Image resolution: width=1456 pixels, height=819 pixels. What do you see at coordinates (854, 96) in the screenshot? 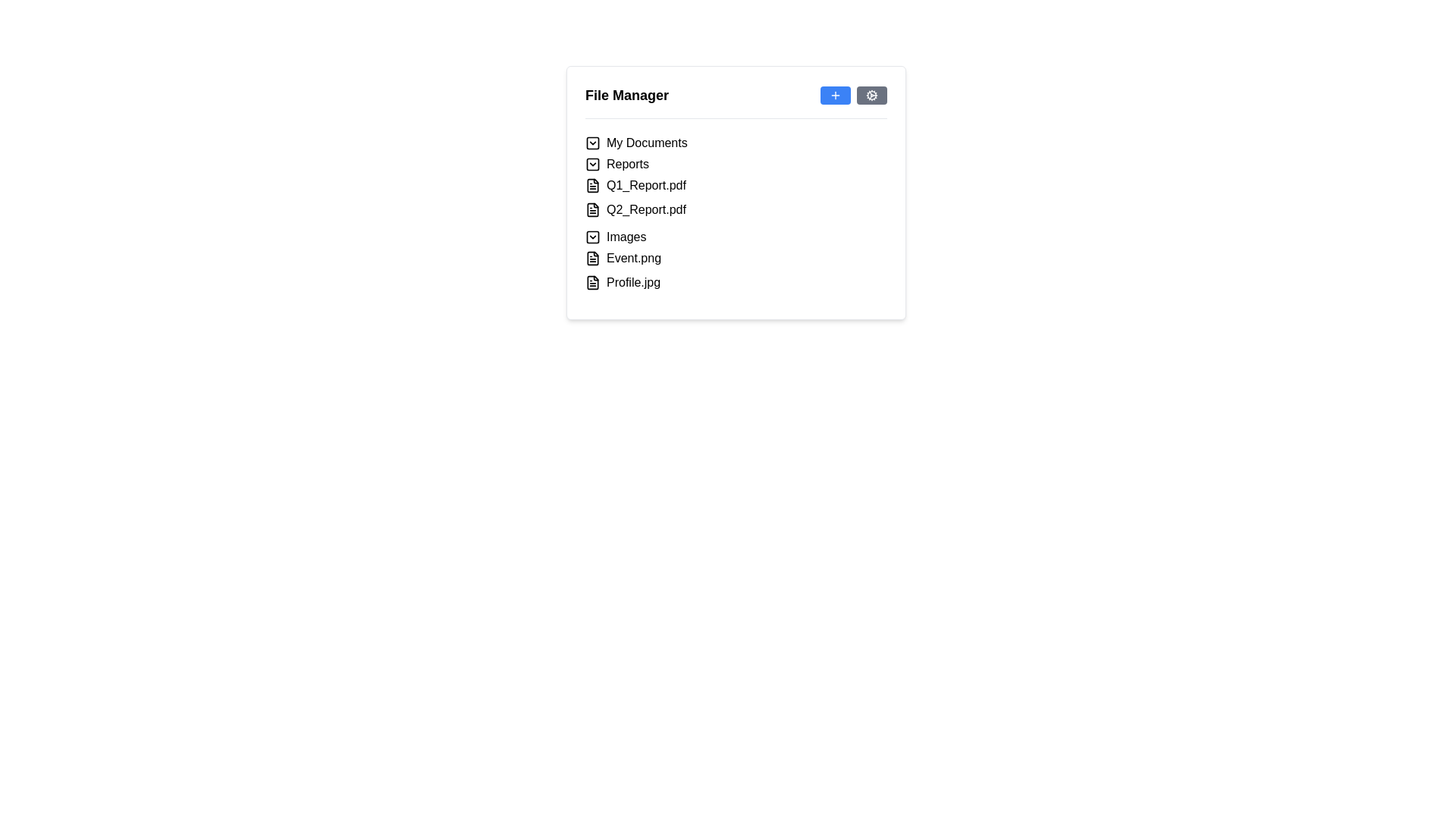
I see `the control panel buttons in the upper-right corner of the 'File Manager' section` at bounding box center [854, 96].